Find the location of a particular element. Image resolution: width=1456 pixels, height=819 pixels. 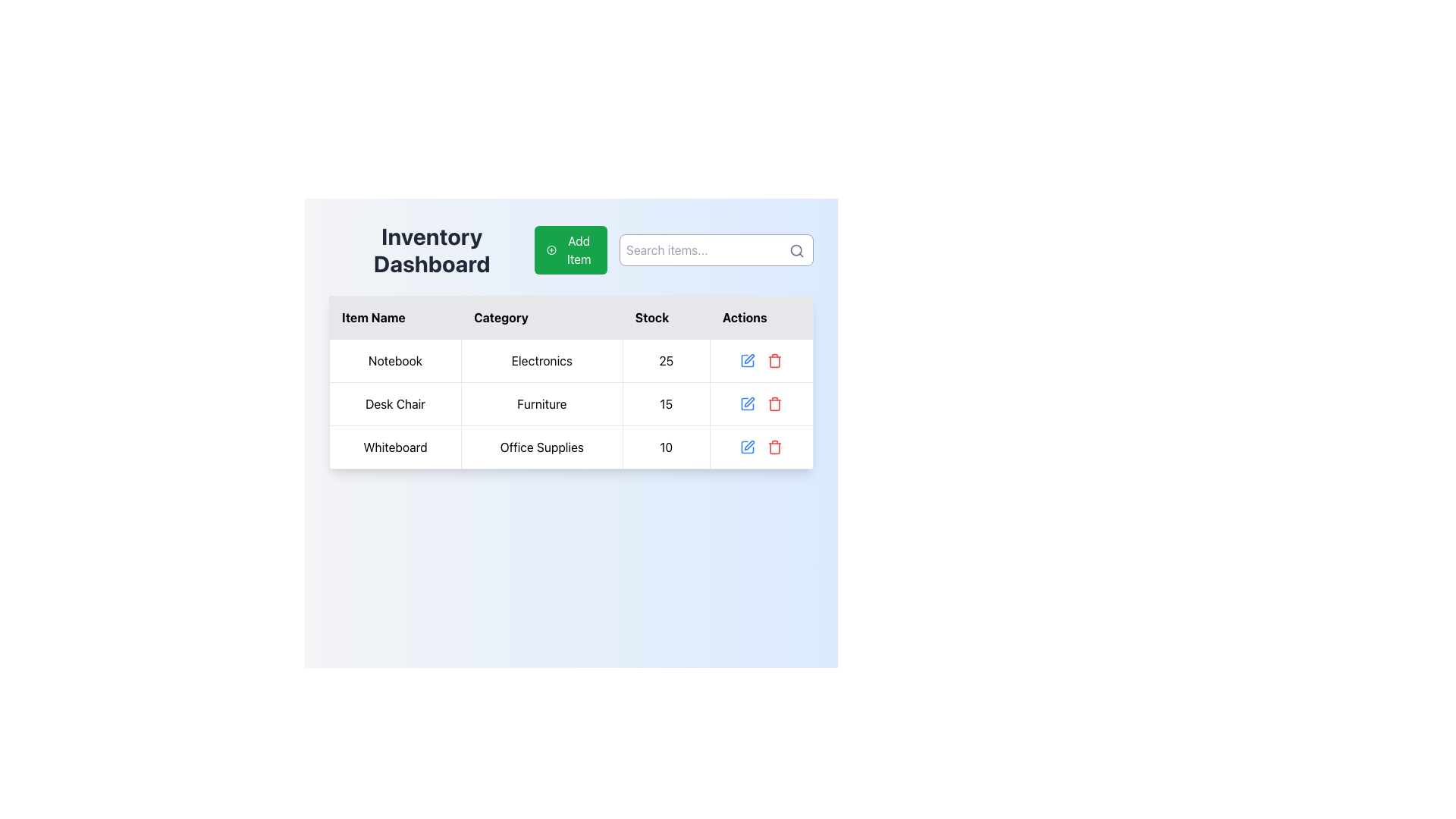

the small pen icon located in the 'Actions' column of the inventory table adjacent to the 'Notebook' row is located at coordinates (749, 359).